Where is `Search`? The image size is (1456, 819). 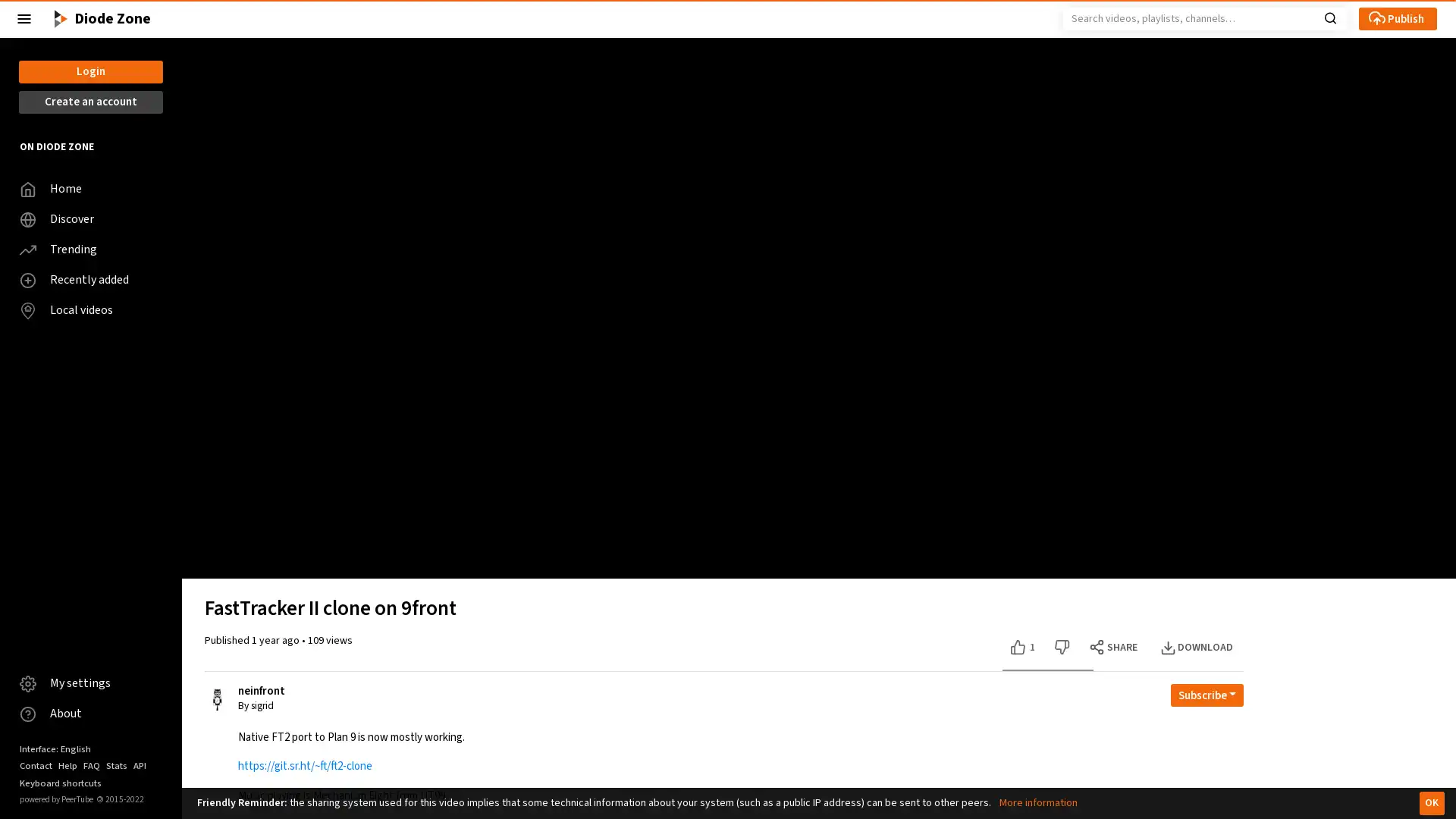
Search is located at coordinates (1329, 17).